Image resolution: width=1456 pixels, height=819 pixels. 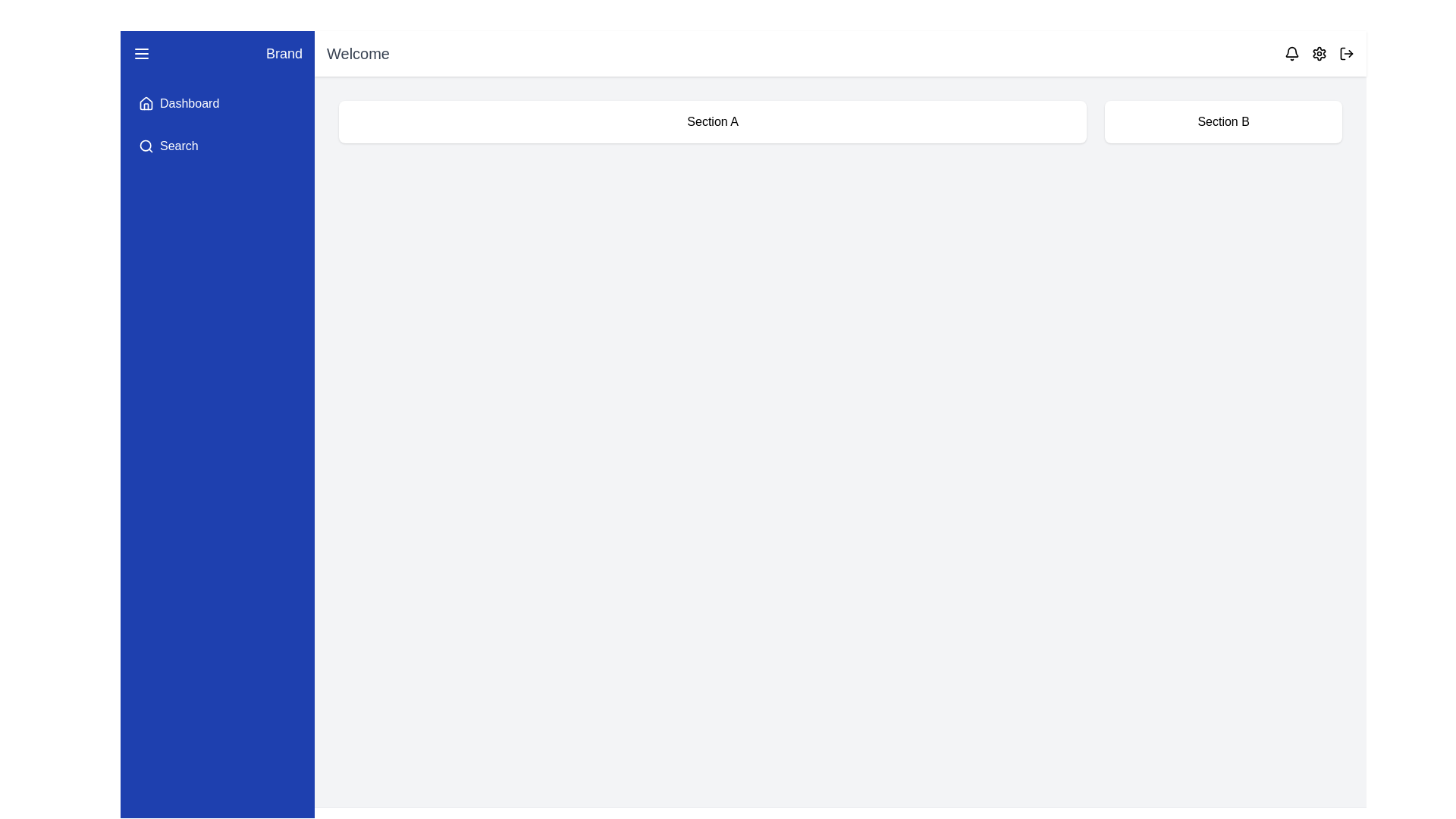 I want to click on the 'Dashboard' text label located in the left vertical sidebar, so click(x=189, y=103).